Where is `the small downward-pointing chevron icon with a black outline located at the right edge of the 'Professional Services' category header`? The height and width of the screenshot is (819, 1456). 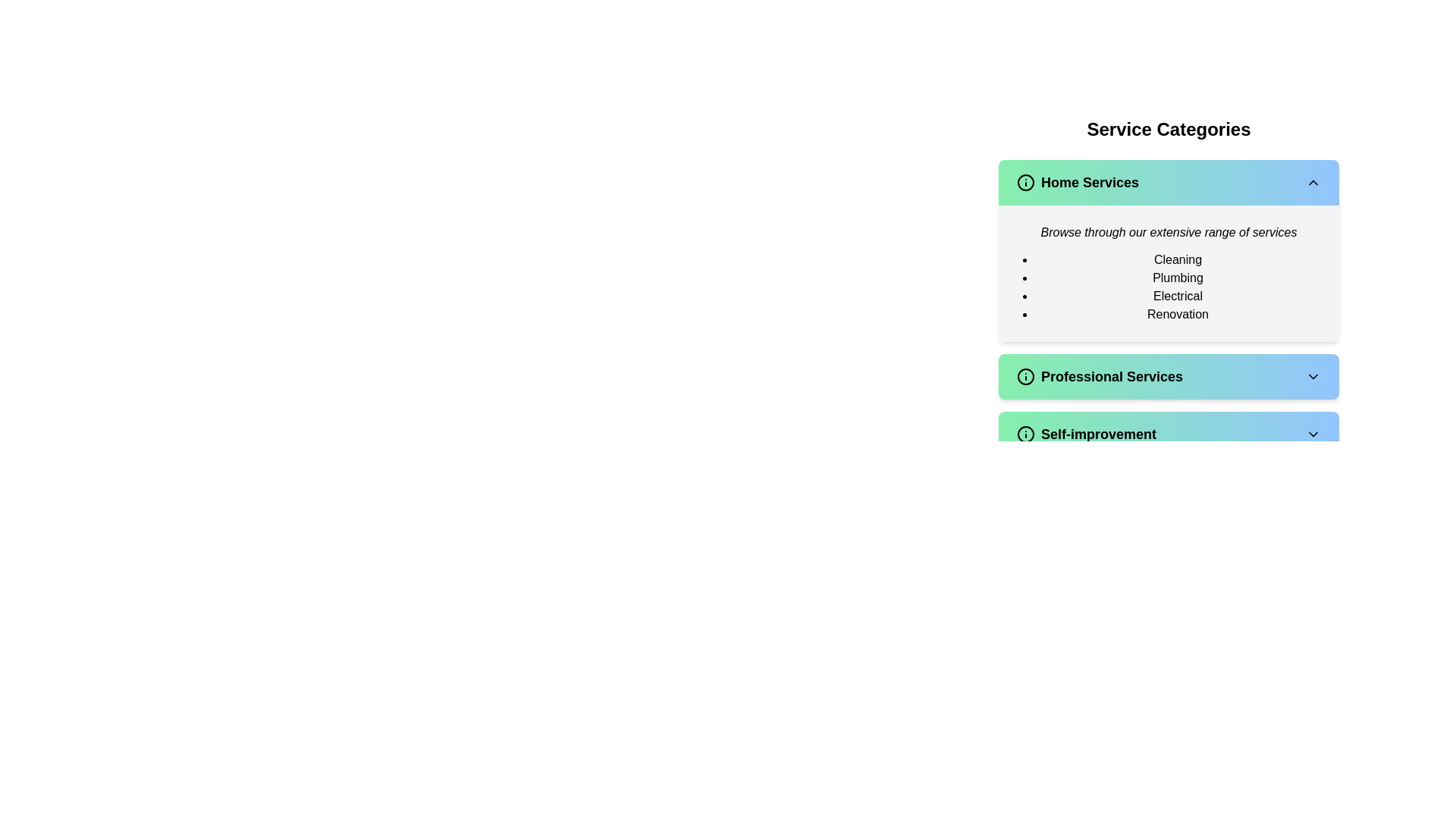
the small downward-pointing chevron icon with a black outline located at the right edge of the 'Professional Services' category header is located at coordinates (1313, 376).